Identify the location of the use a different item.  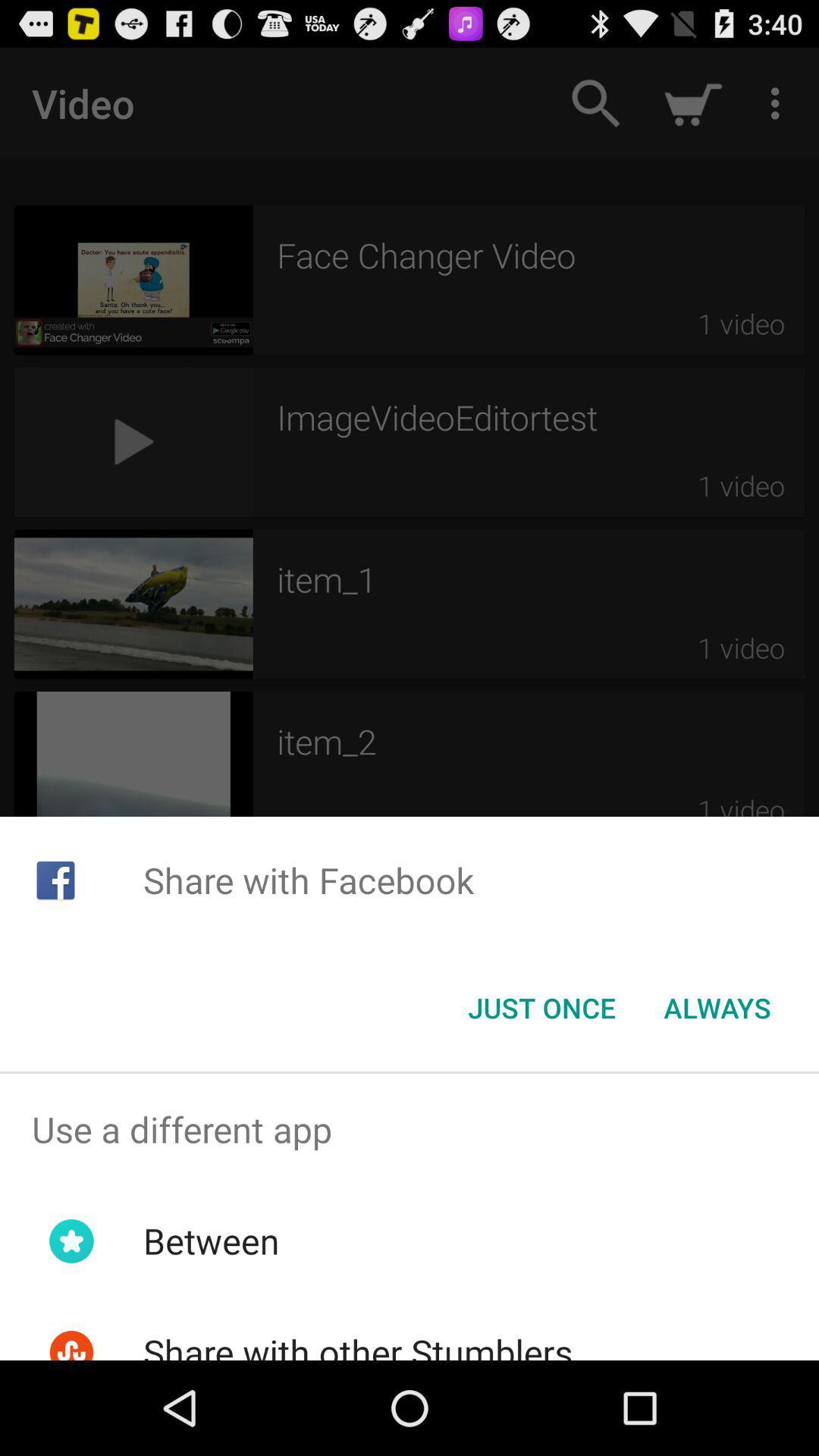
(409, 1129).